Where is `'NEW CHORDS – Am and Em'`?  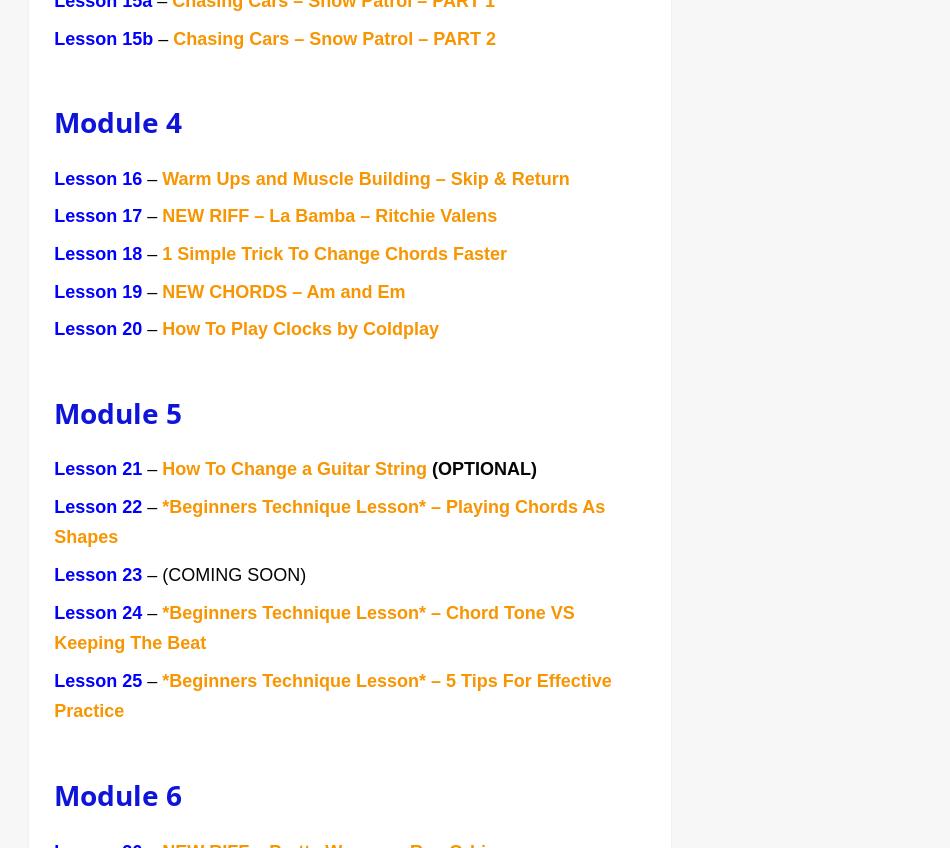 'NEW CHORDS – Am and Em' is located at coordinates (282, 294).